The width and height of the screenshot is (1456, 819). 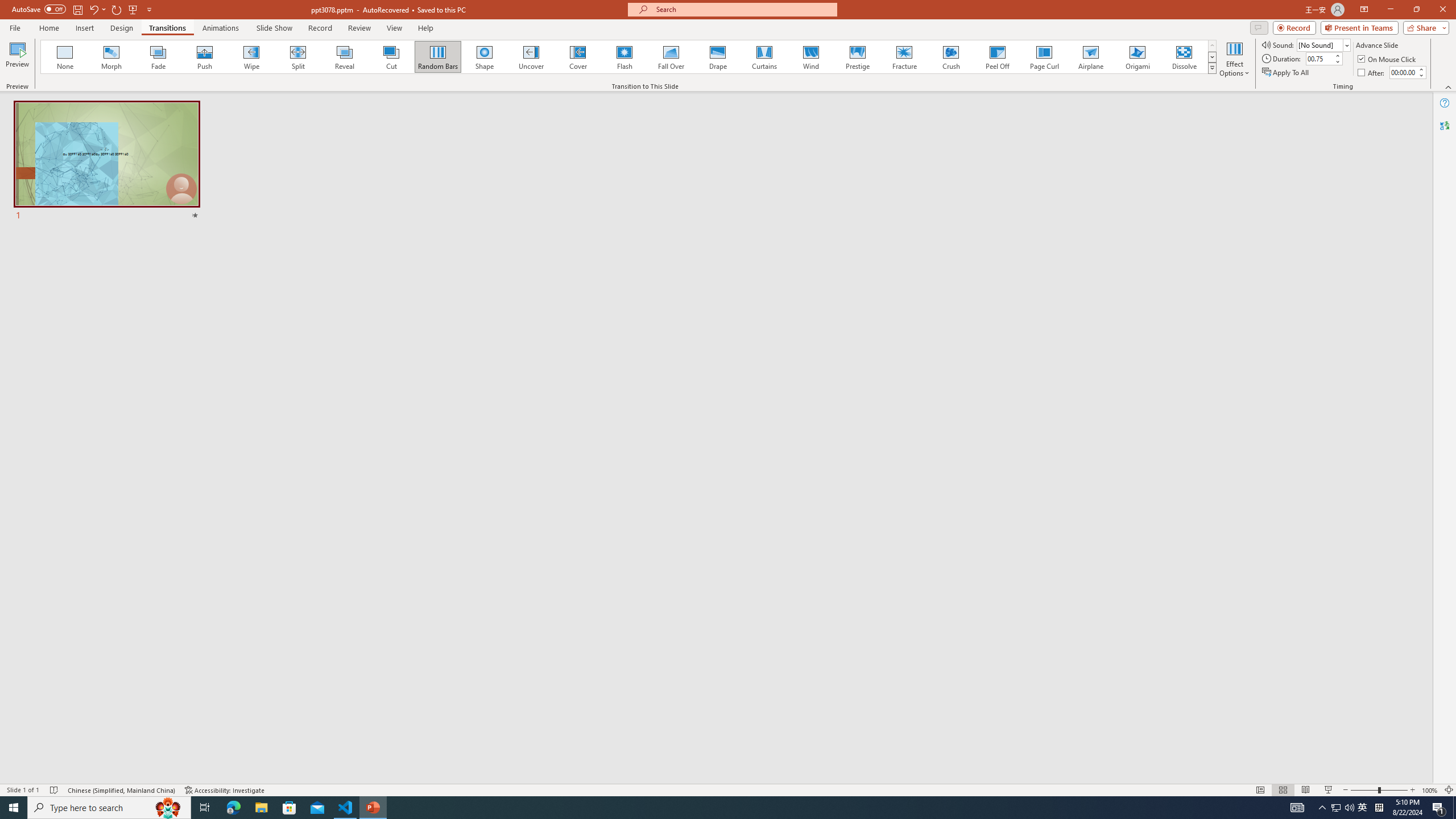 What do you see at coordinates (624, 56) in the screenshot?
I see `'Flash'` at bounding box center [624, 56].